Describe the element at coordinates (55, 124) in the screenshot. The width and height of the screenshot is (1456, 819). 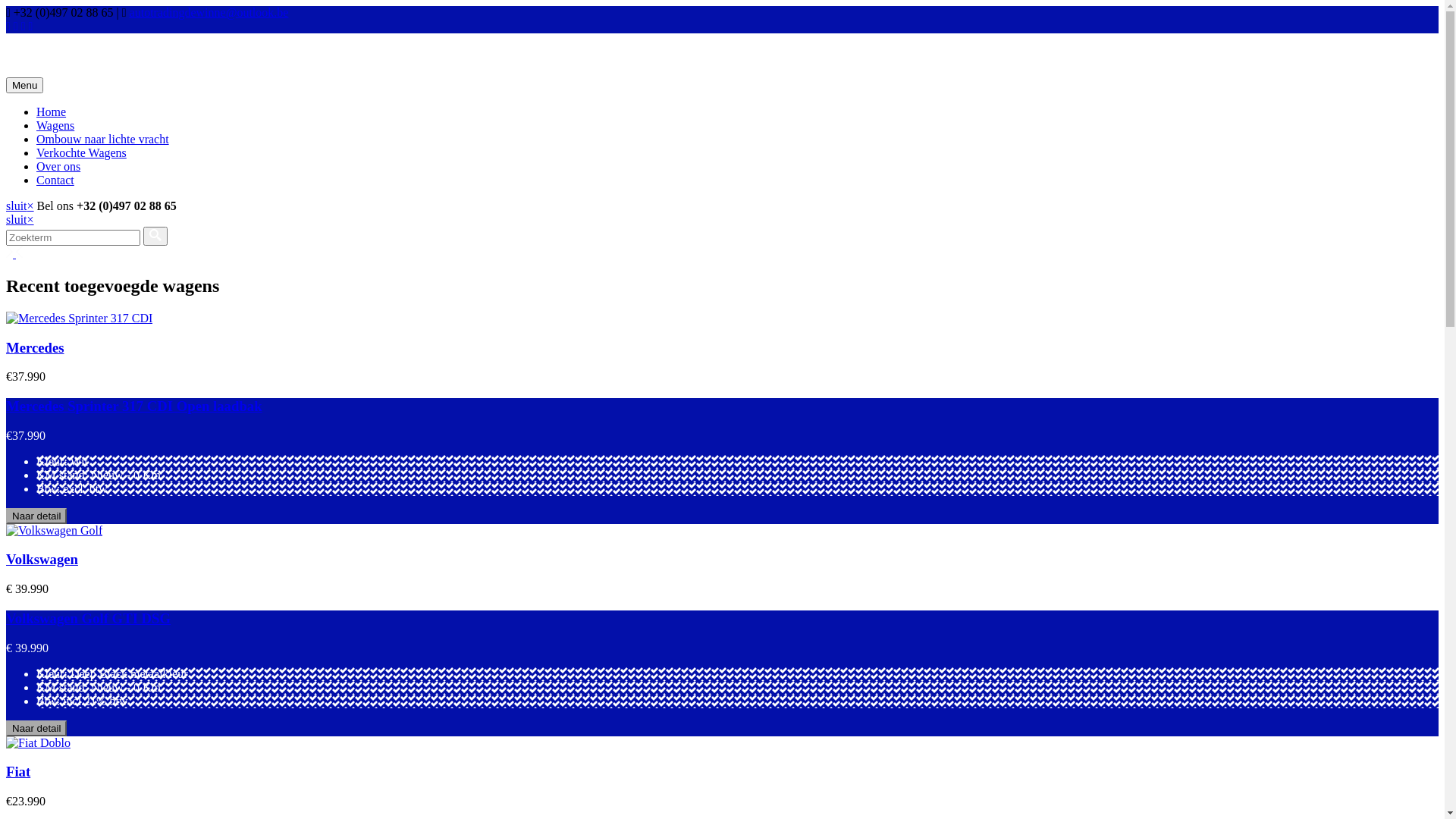
I see `'Wagens'` at that location.